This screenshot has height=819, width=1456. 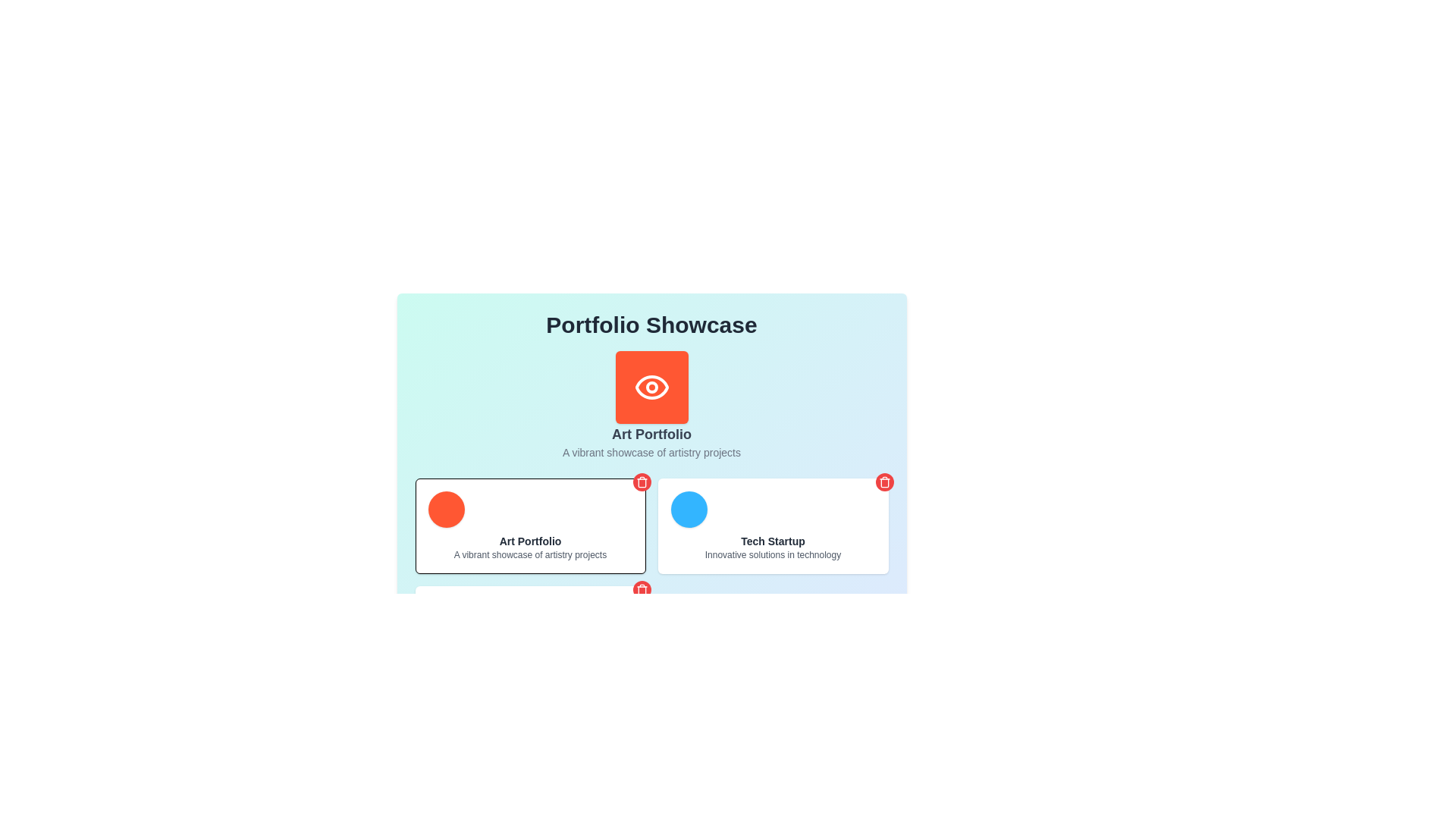 I want to click on text label located at the top-center of the interface, which serves as a title for the art portfolio section, positioned below an orange icon featuring a stylized eye, so click(x=651, y=435).